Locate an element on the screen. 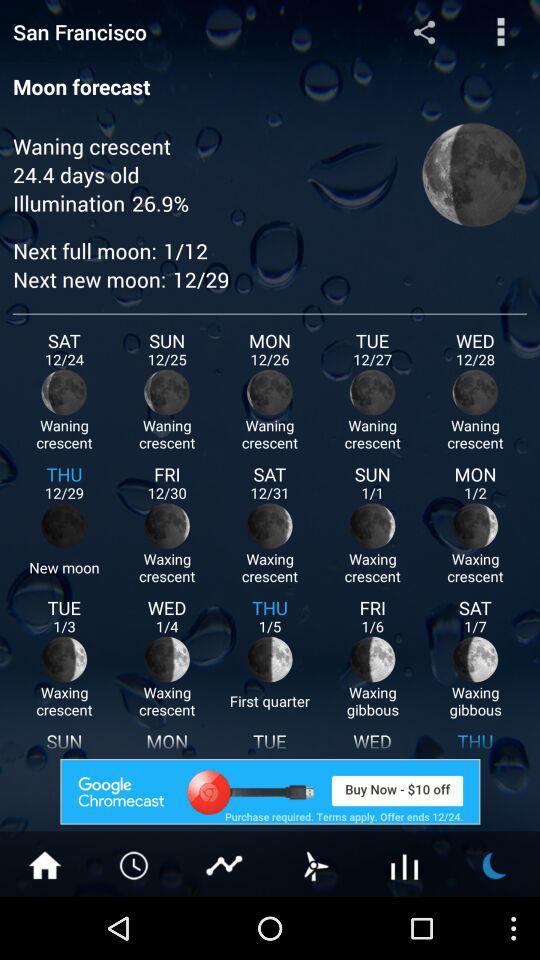 The image size is (540, 960). menu button is located at coordinates (500, 30).